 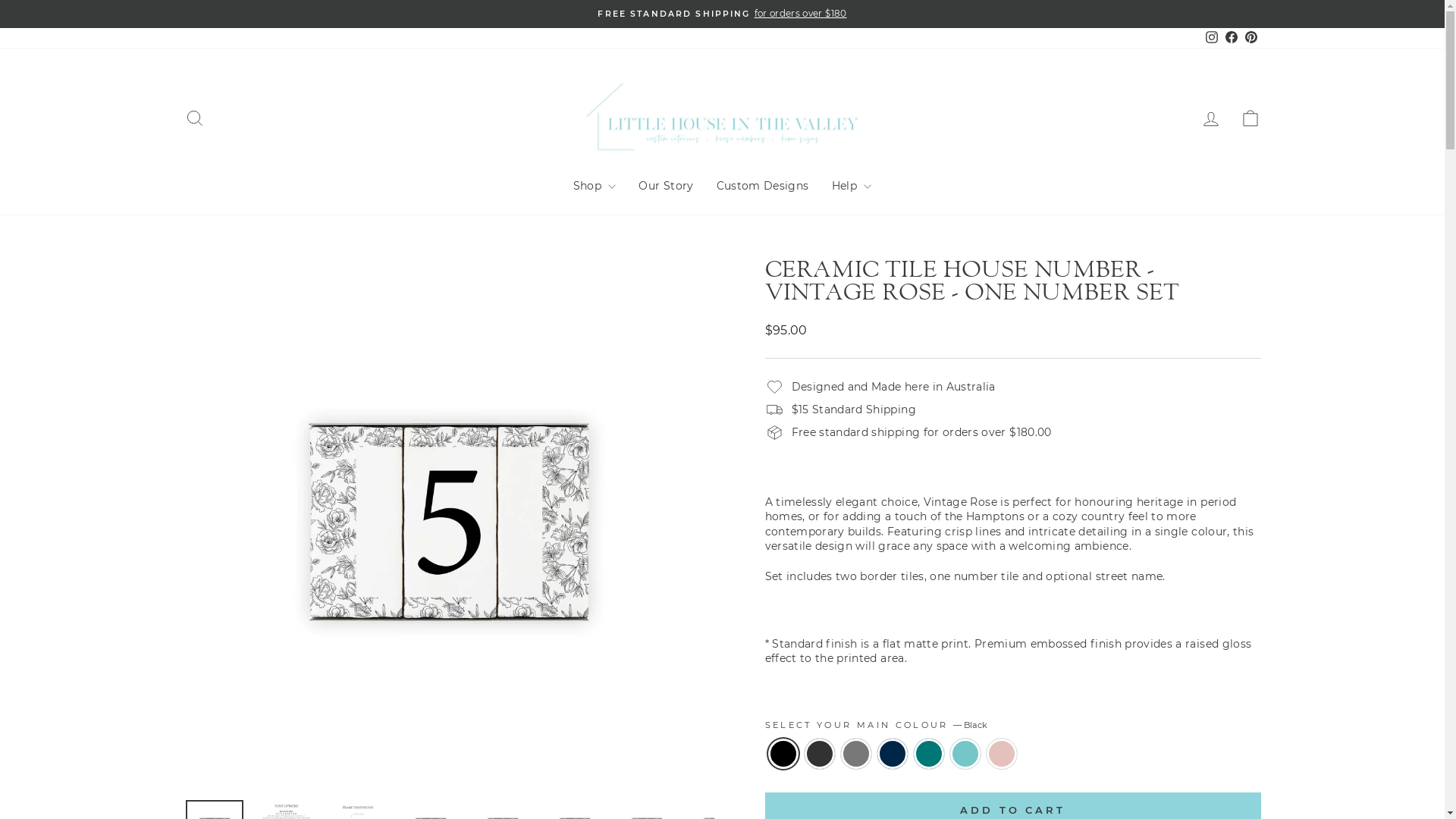 What do you see at coordinates (1250, 37) in the screenshot?
I see `'Pinterest'` at bounding box center [1250, 37].